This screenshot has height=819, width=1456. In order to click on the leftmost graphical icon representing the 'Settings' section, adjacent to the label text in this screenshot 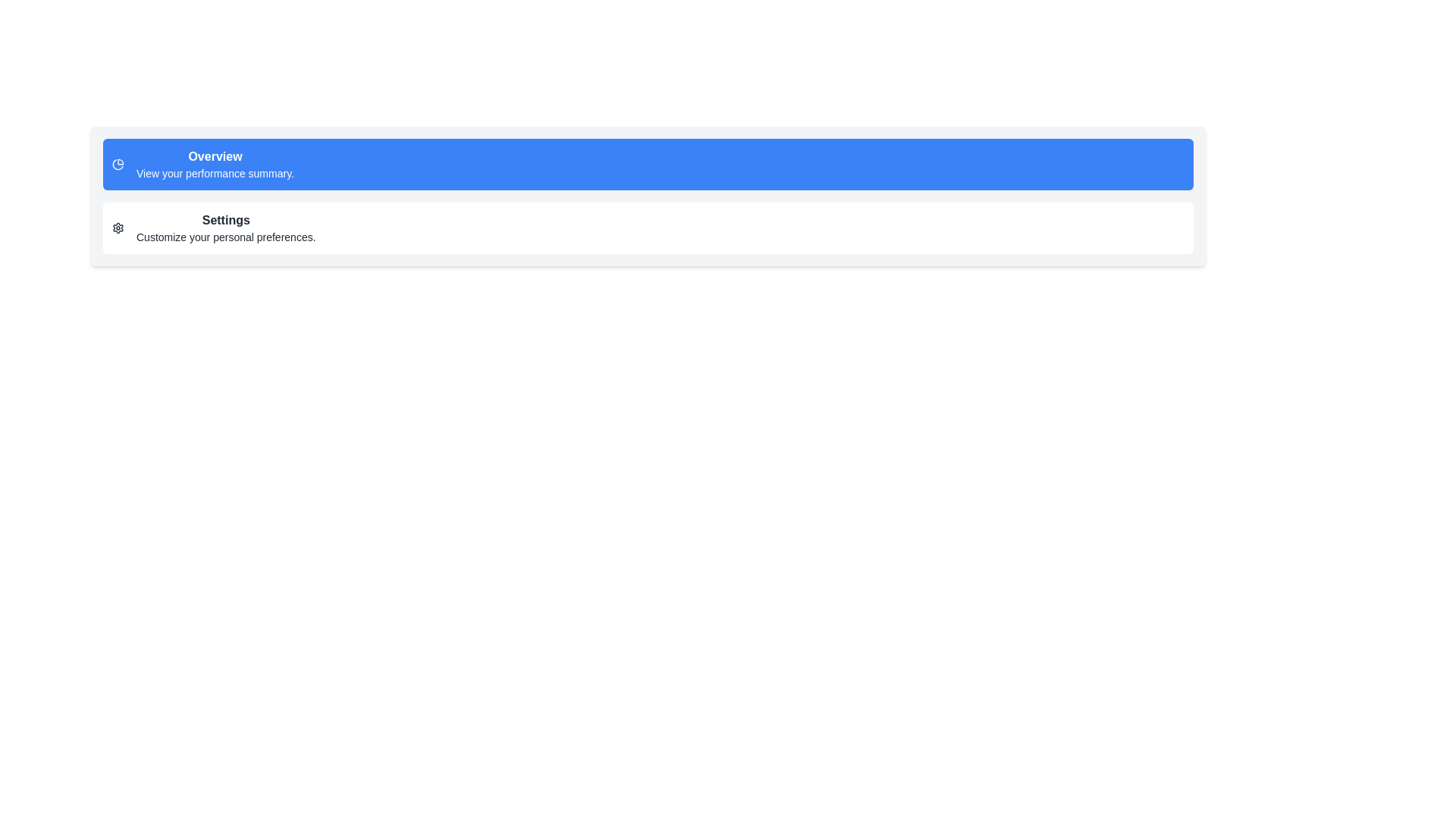, I will do `click(118, 227)`.